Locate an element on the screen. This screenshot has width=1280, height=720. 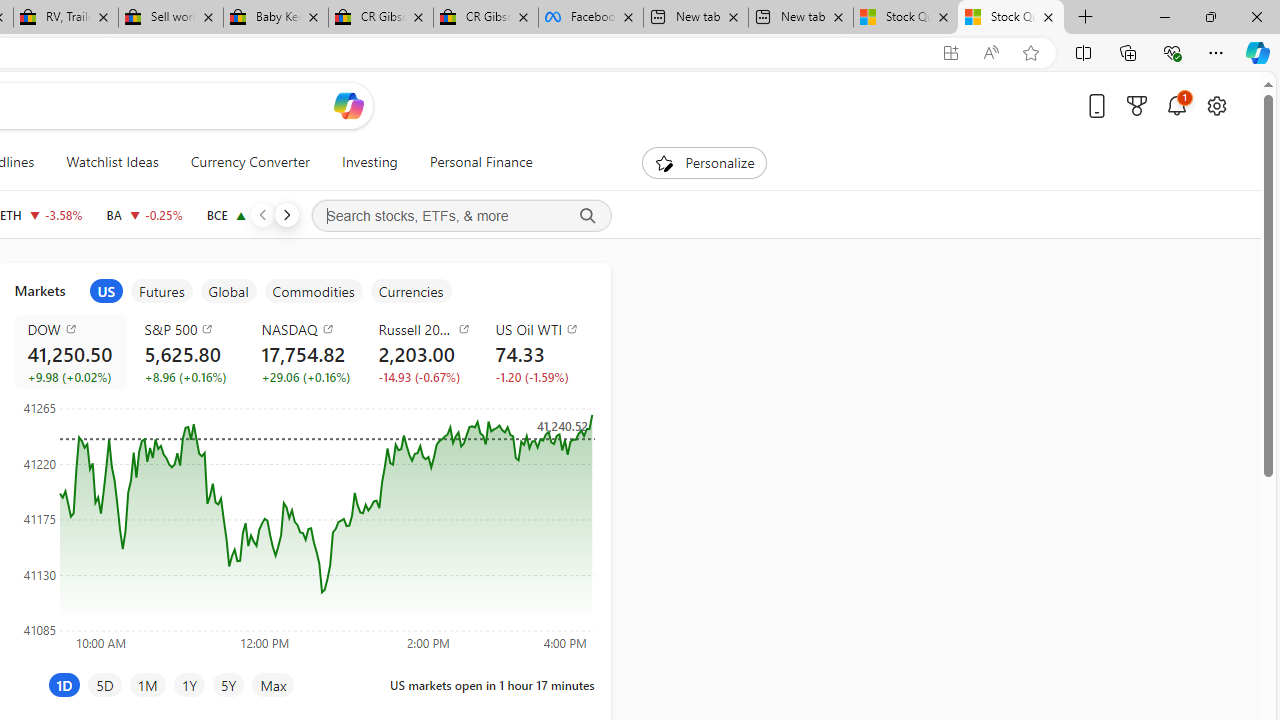
'To get missing image descriptions, open the context menu.' is located at coordinates (664, 161).